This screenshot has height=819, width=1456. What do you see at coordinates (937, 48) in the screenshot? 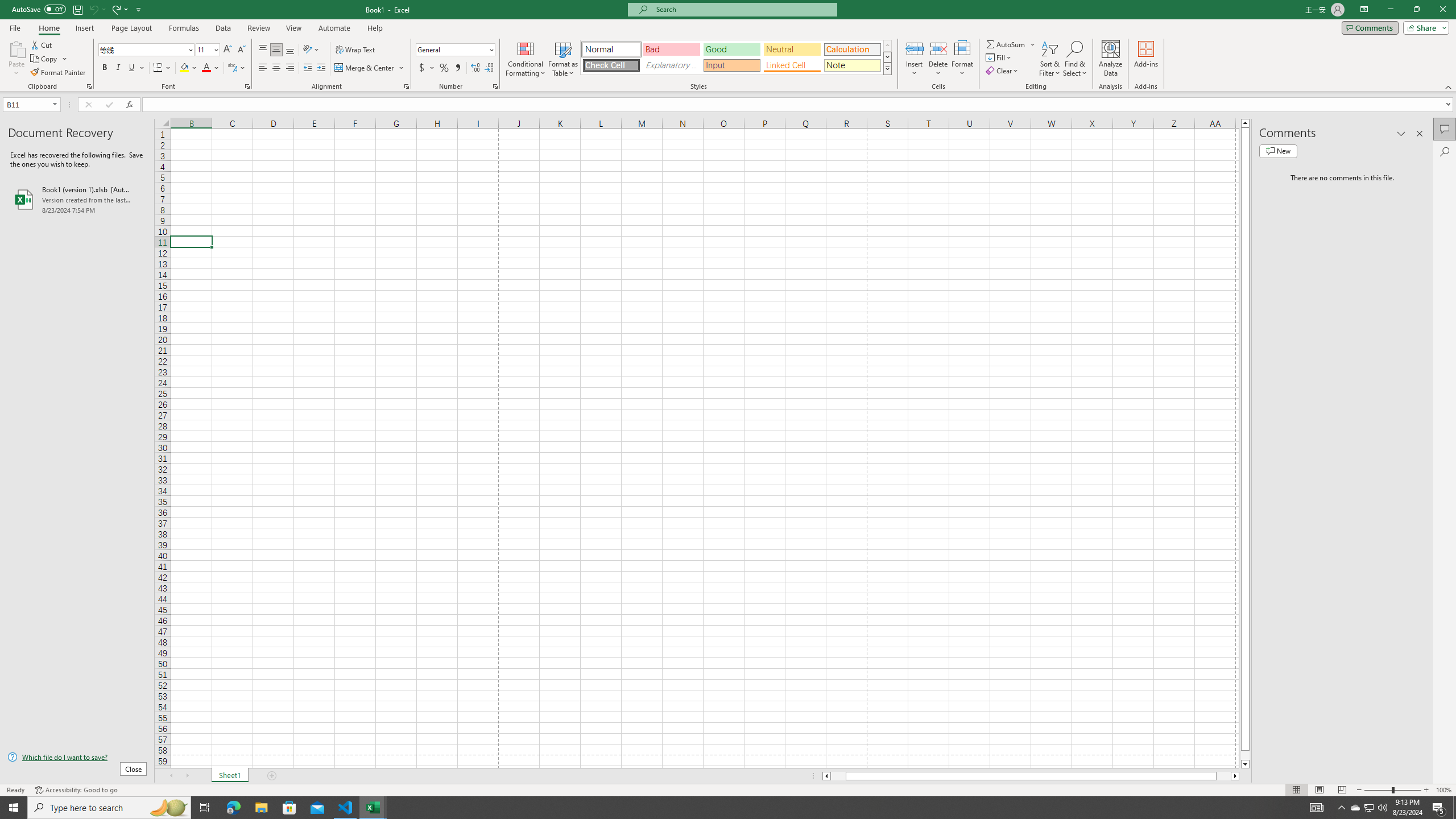
I see `'Delete Cells...'` at bounding box center [937, 48].